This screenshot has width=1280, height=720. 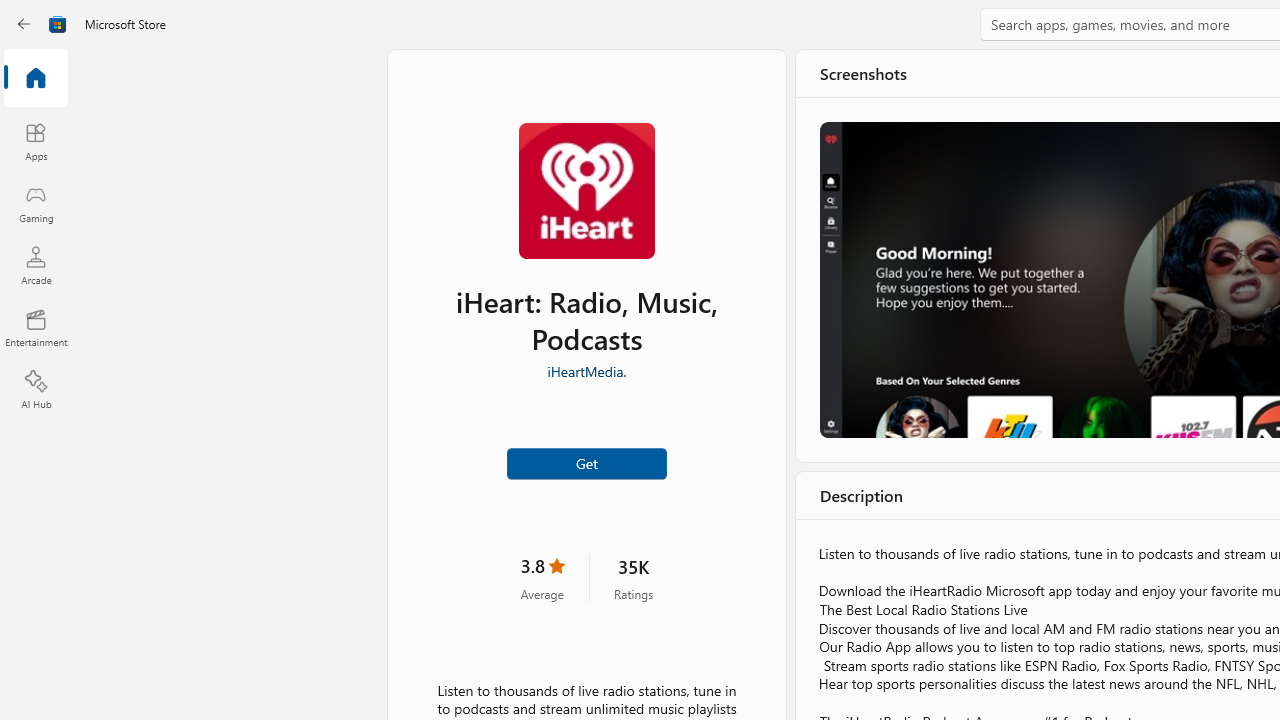 I want to click on 'Back', so click(x=24, y=24).